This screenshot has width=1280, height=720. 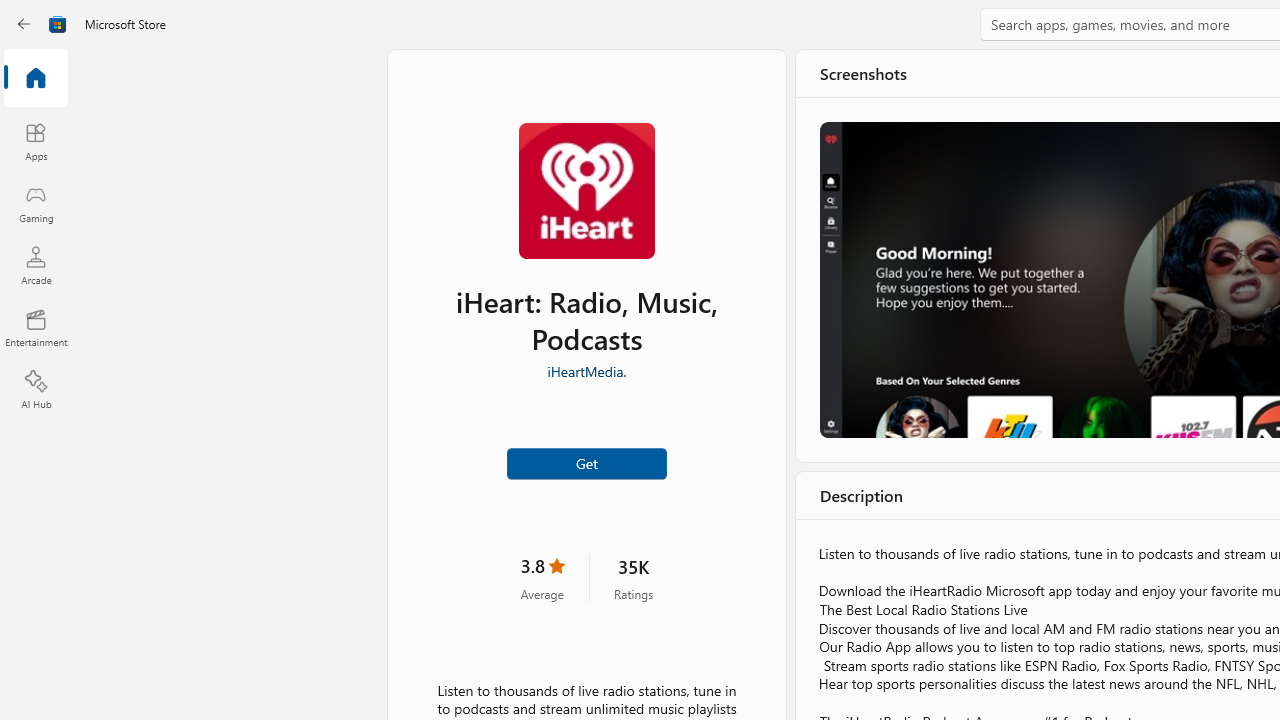 I want to click on 'Back', so click(x=24, y=24).